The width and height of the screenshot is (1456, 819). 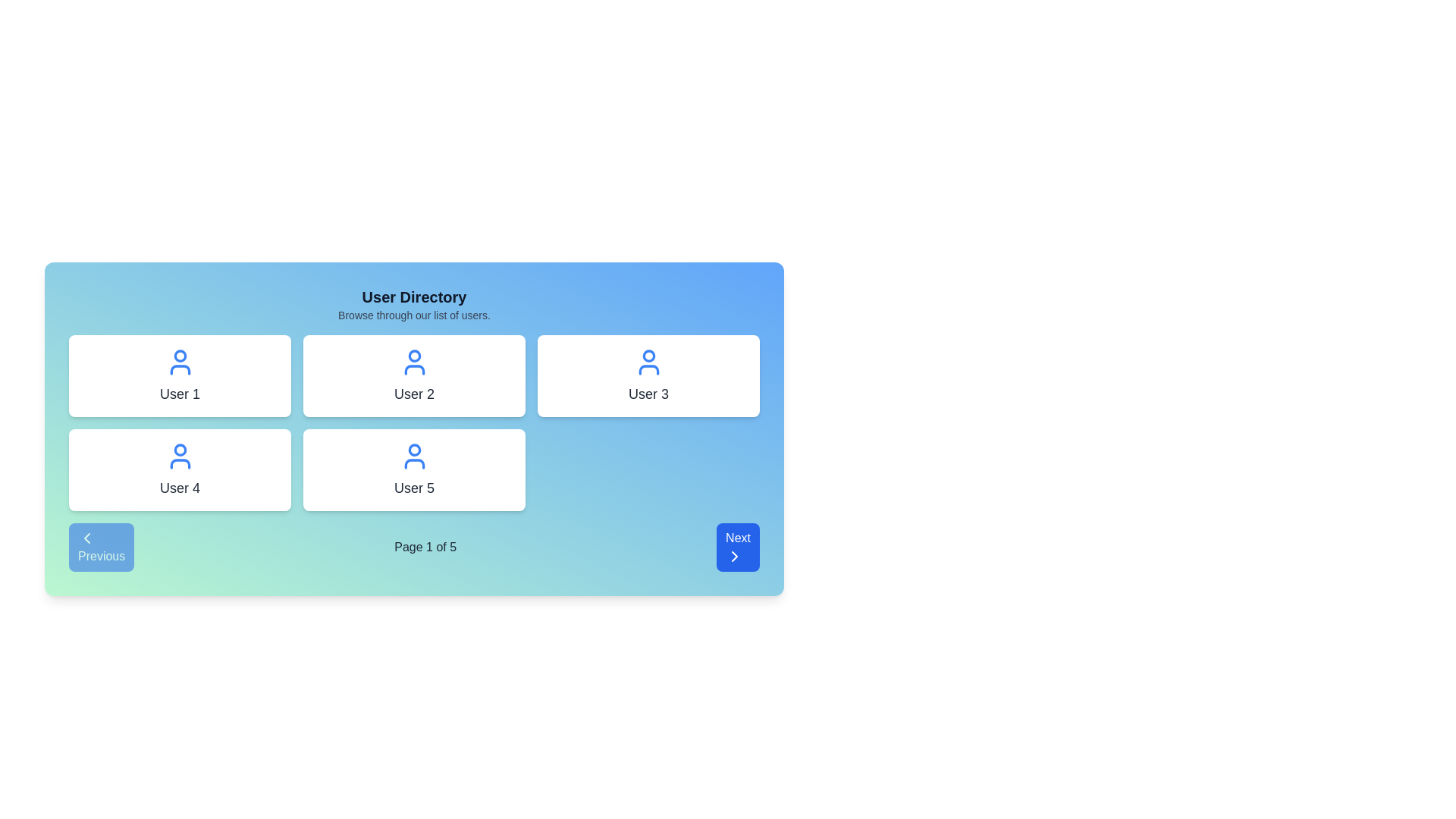 What do you see at coordinates (735, 556) in the screenshot?
I see `the arrow-shaped icon pointing to the right, which is part of the 'Next' button located in the bottom-right corner of the user directory interface` at bounding box center [735, 556].